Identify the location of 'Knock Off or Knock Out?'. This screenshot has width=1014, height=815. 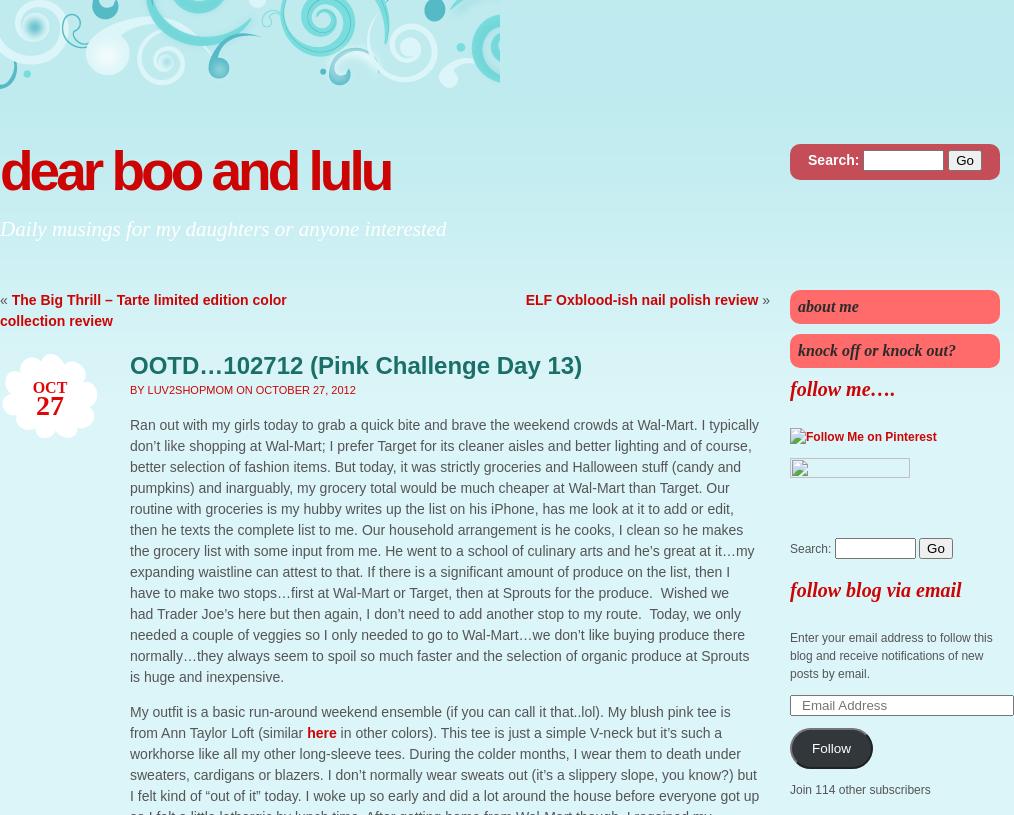
(875, 349).